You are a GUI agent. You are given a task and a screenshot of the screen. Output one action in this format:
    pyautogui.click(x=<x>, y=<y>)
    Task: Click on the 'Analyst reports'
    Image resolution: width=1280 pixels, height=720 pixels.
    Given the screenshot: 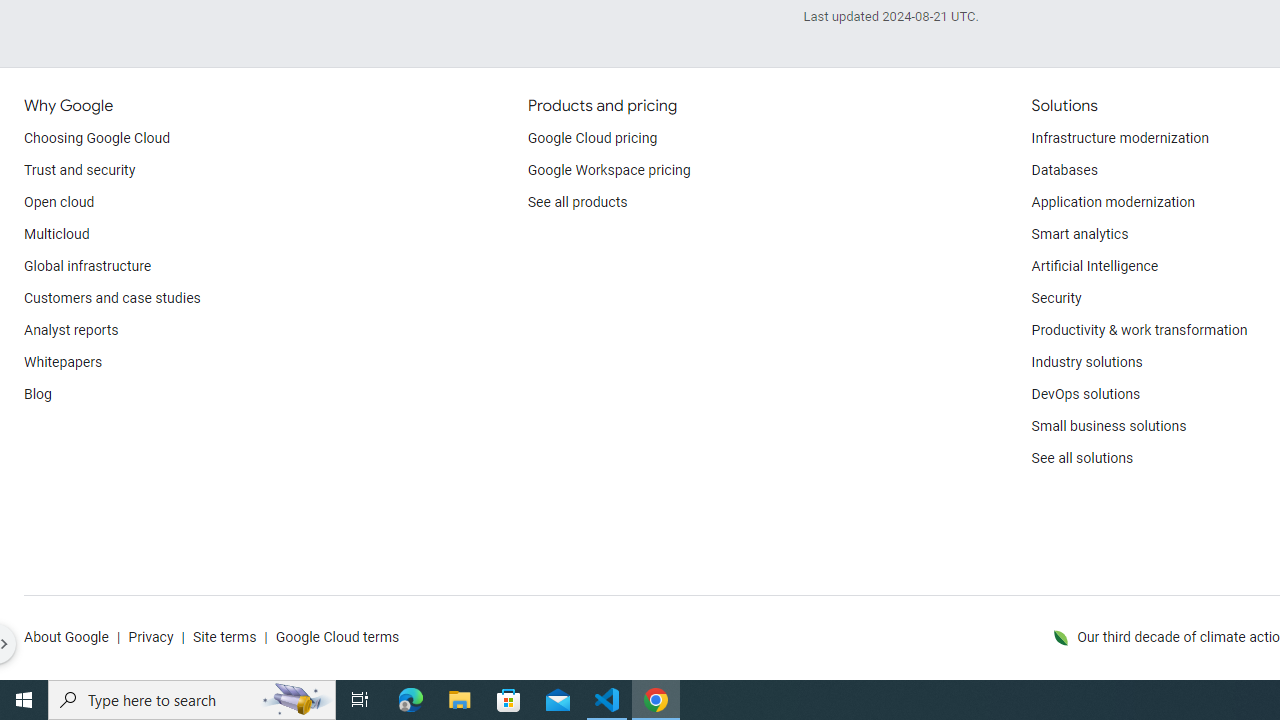 What is the action you would take?
    pyautogui.click(x=71, y=330)
    